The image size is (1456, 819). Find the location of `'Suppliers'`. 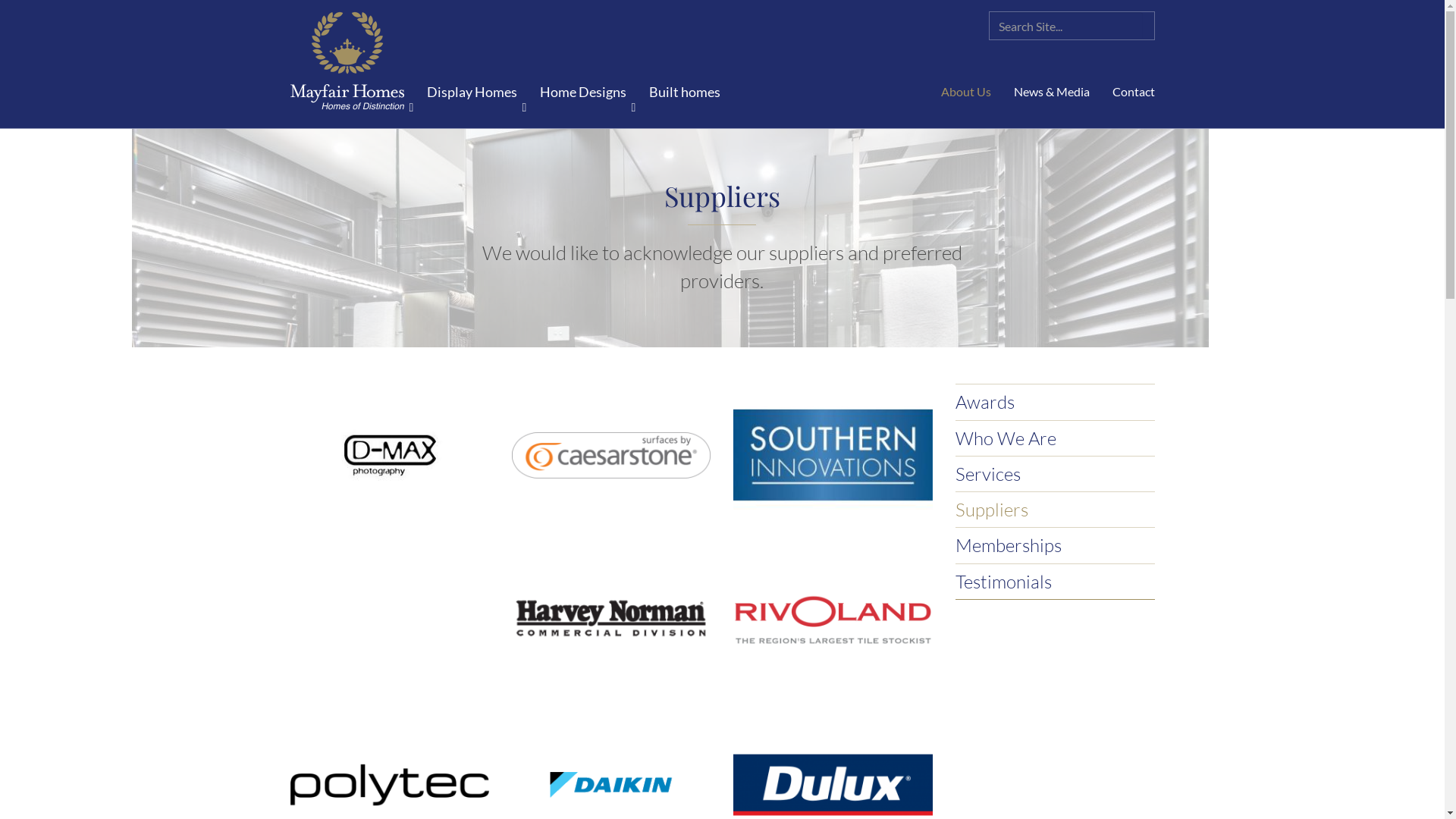

'Suppliers' is located at coordinates (992, 509).